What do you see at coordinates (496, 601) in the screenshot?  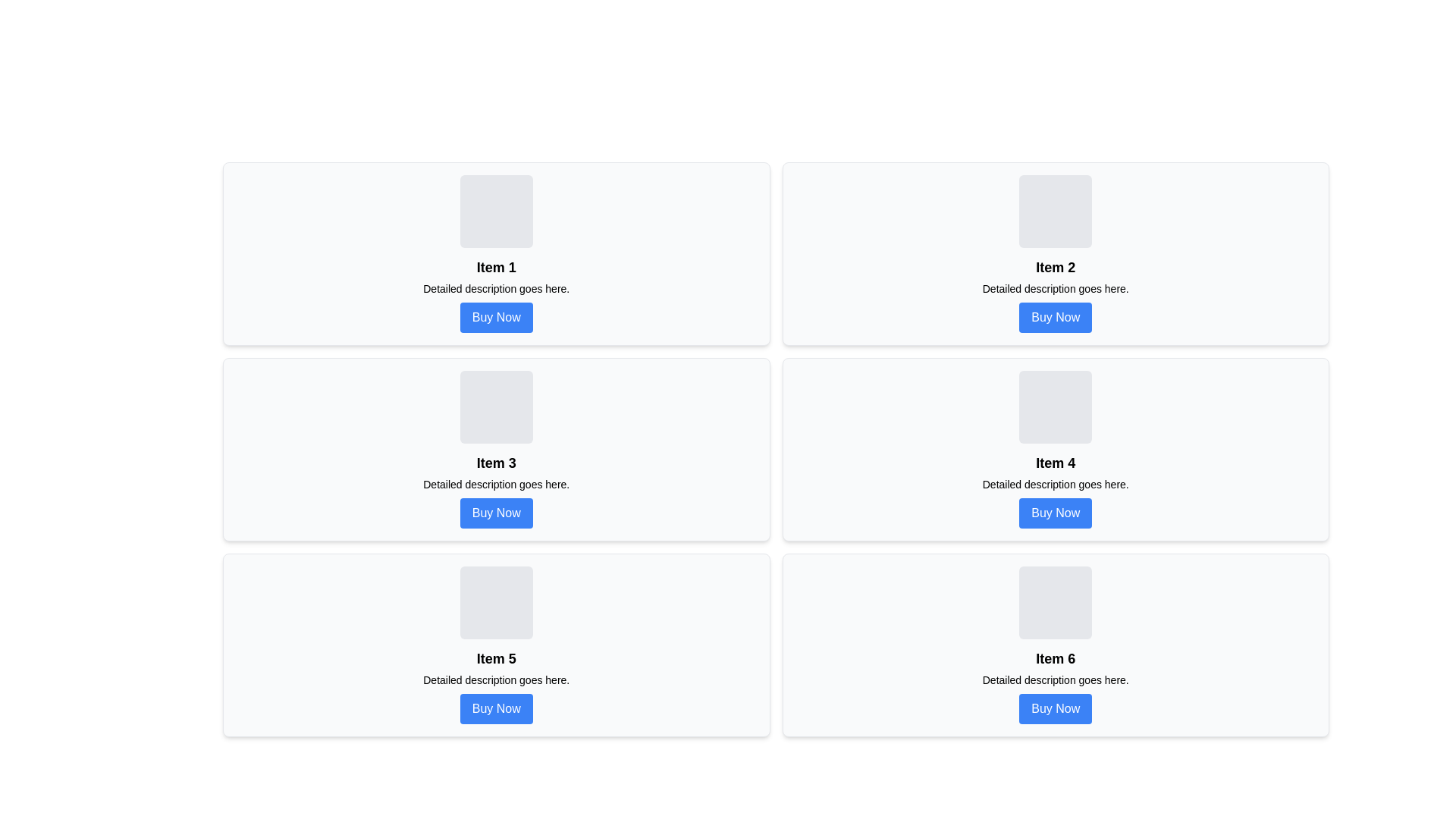 I see `the visual placeholder or decorative block for the card labeled 'Item 5', which is positioned at the upper section of the card` at bounding box center [496, 601].